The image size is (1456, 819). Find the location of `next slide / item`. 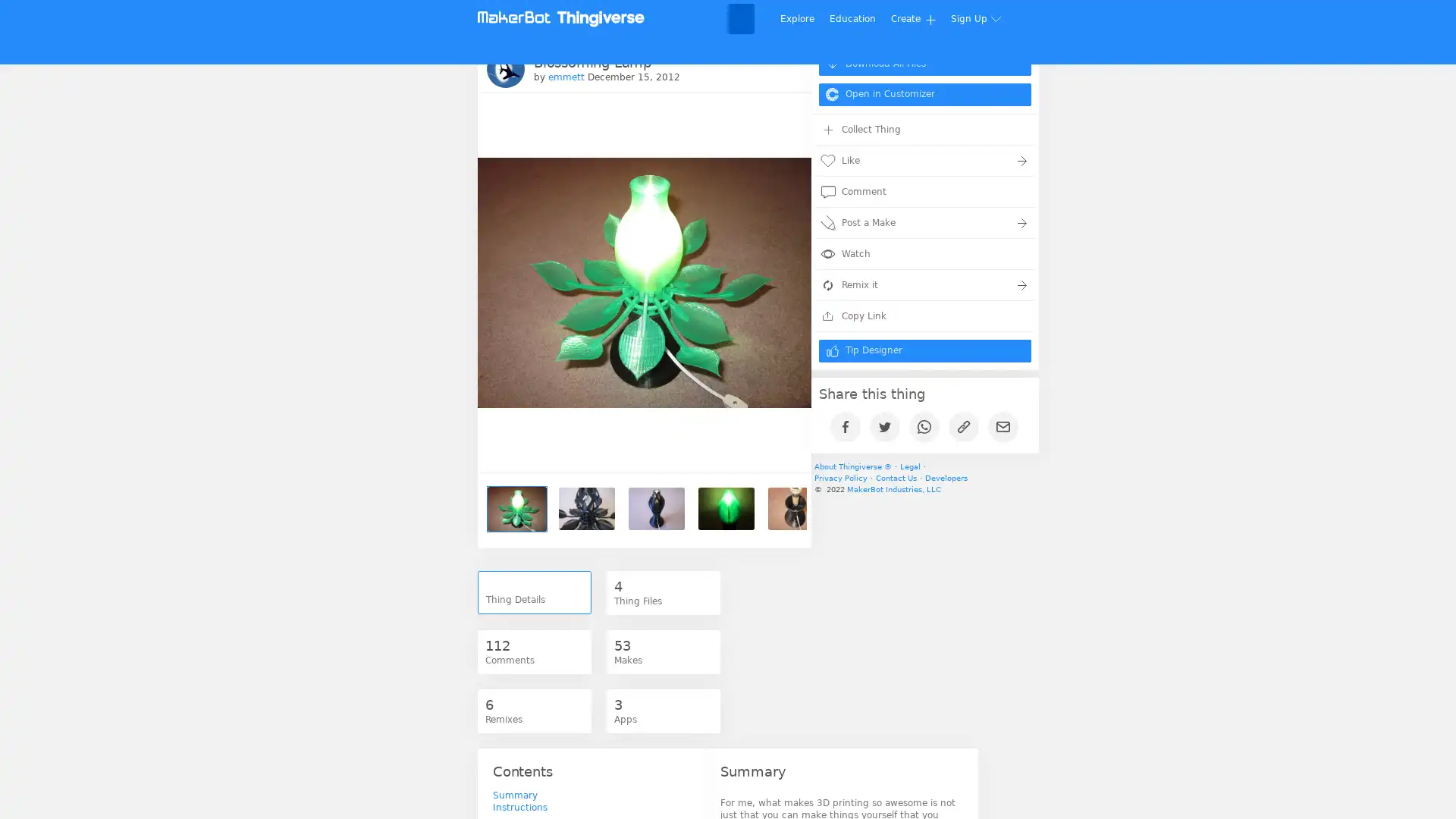

next slide / item is located at coordinates (781, 233).